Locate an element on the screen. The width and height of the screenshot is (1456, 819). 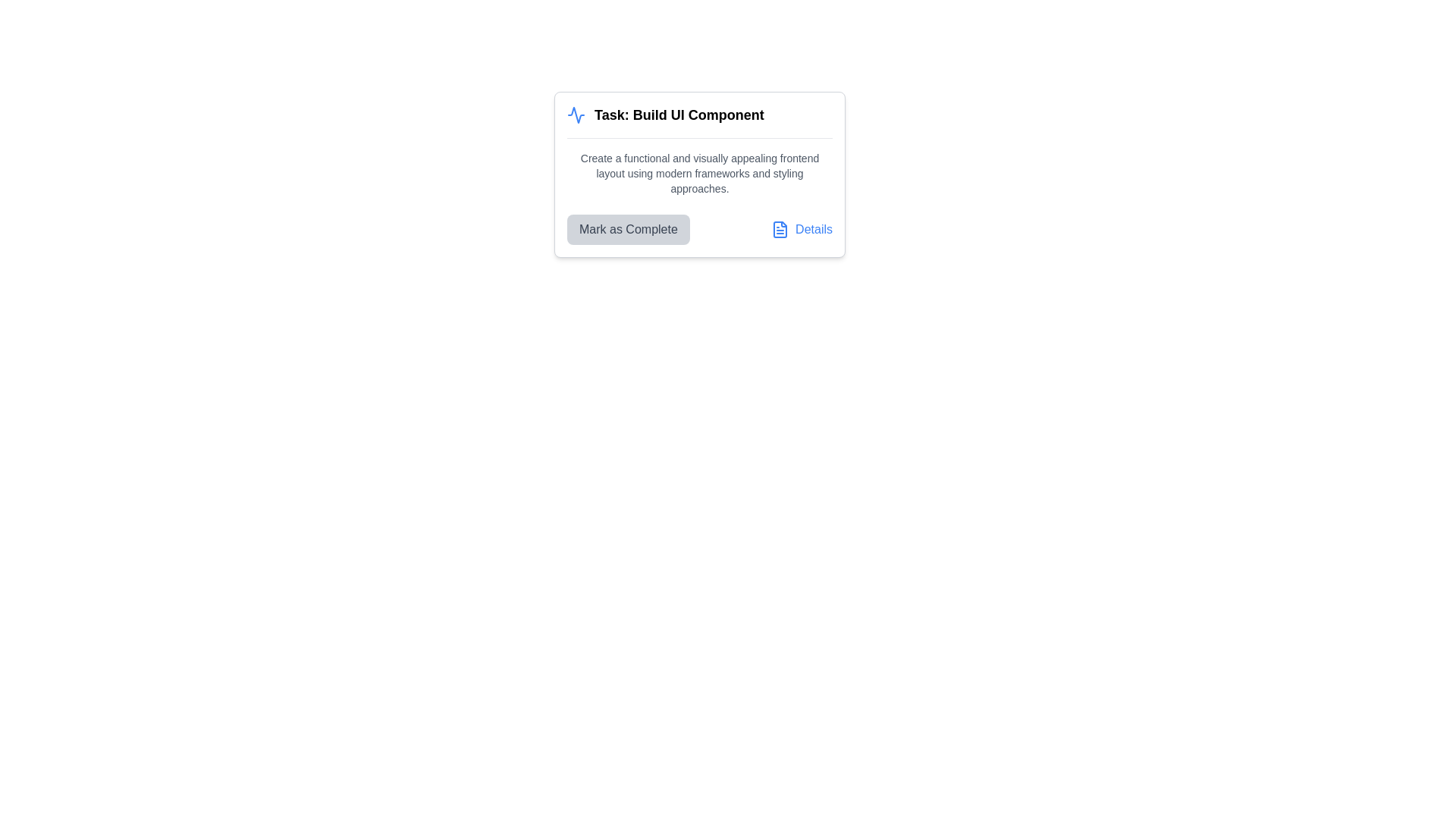
the small blue SVG icon resembling a waveform, located to the left of the text 'Task: Build UI Component' is located at coordinates (575, 114).